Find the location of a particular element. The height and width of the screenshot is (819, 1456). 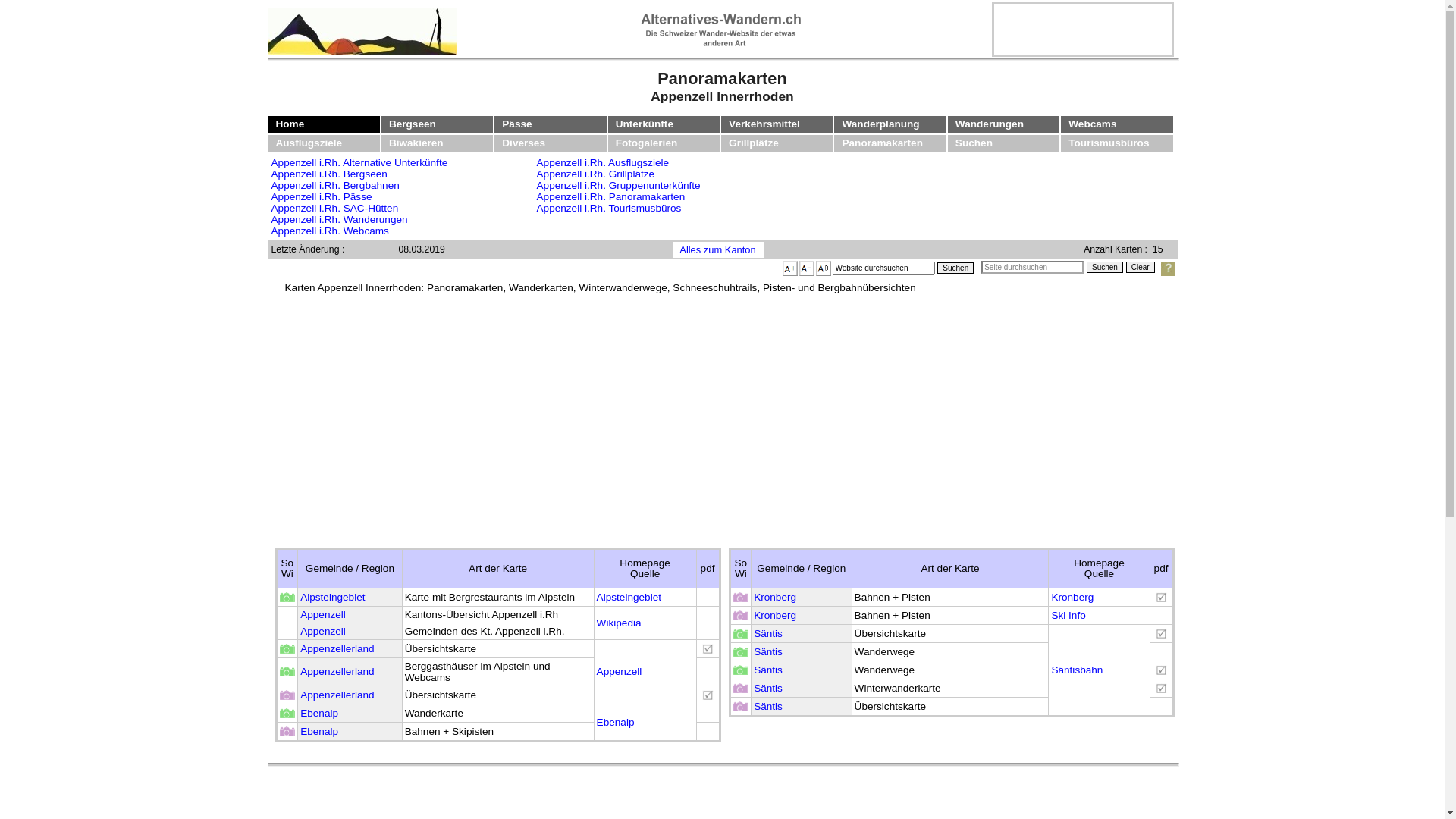

'Suchen' is located at coordinates (954, 267).